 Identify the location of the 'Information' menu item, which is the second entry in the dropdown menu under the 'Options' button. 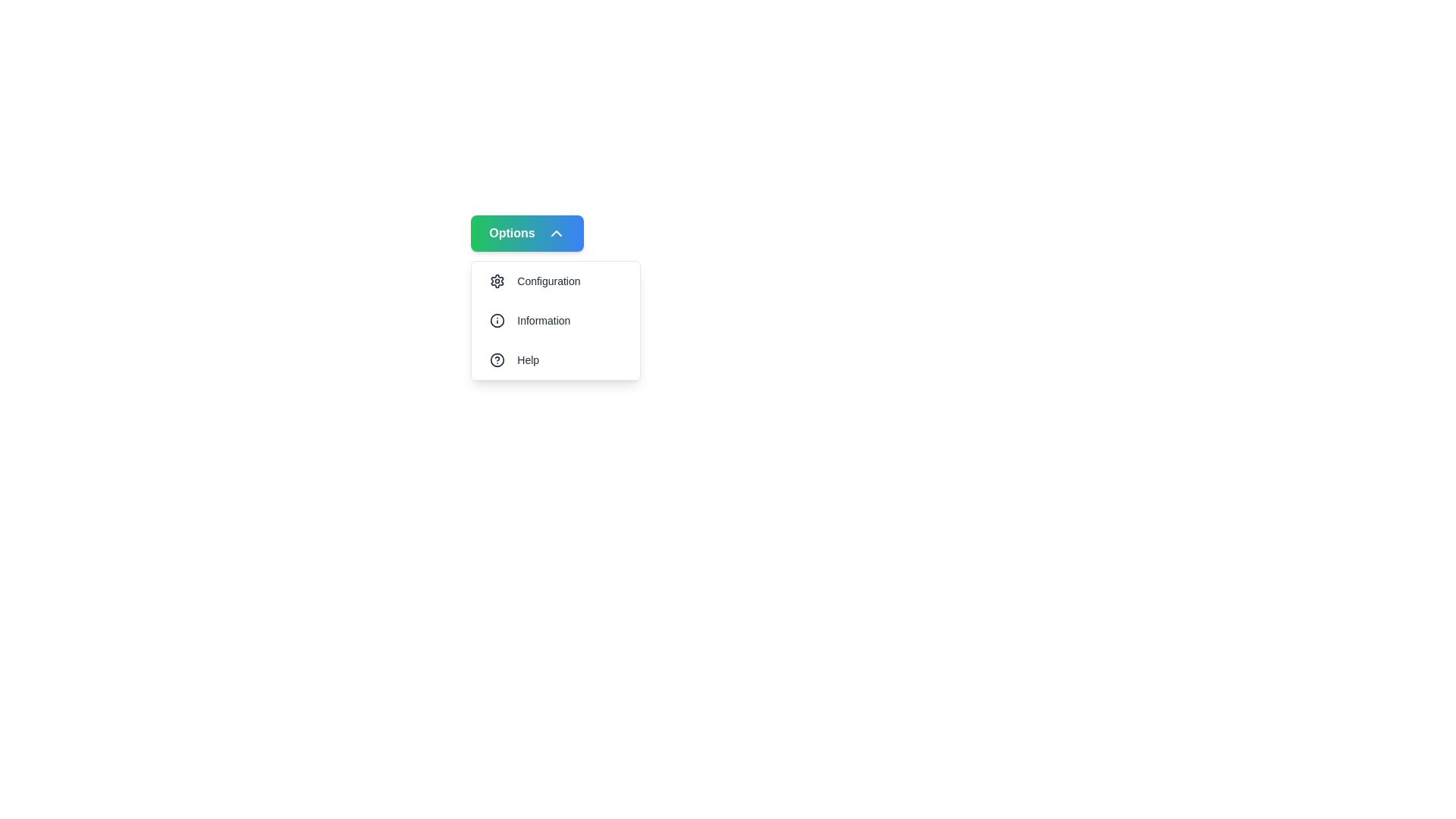
(555, 320).